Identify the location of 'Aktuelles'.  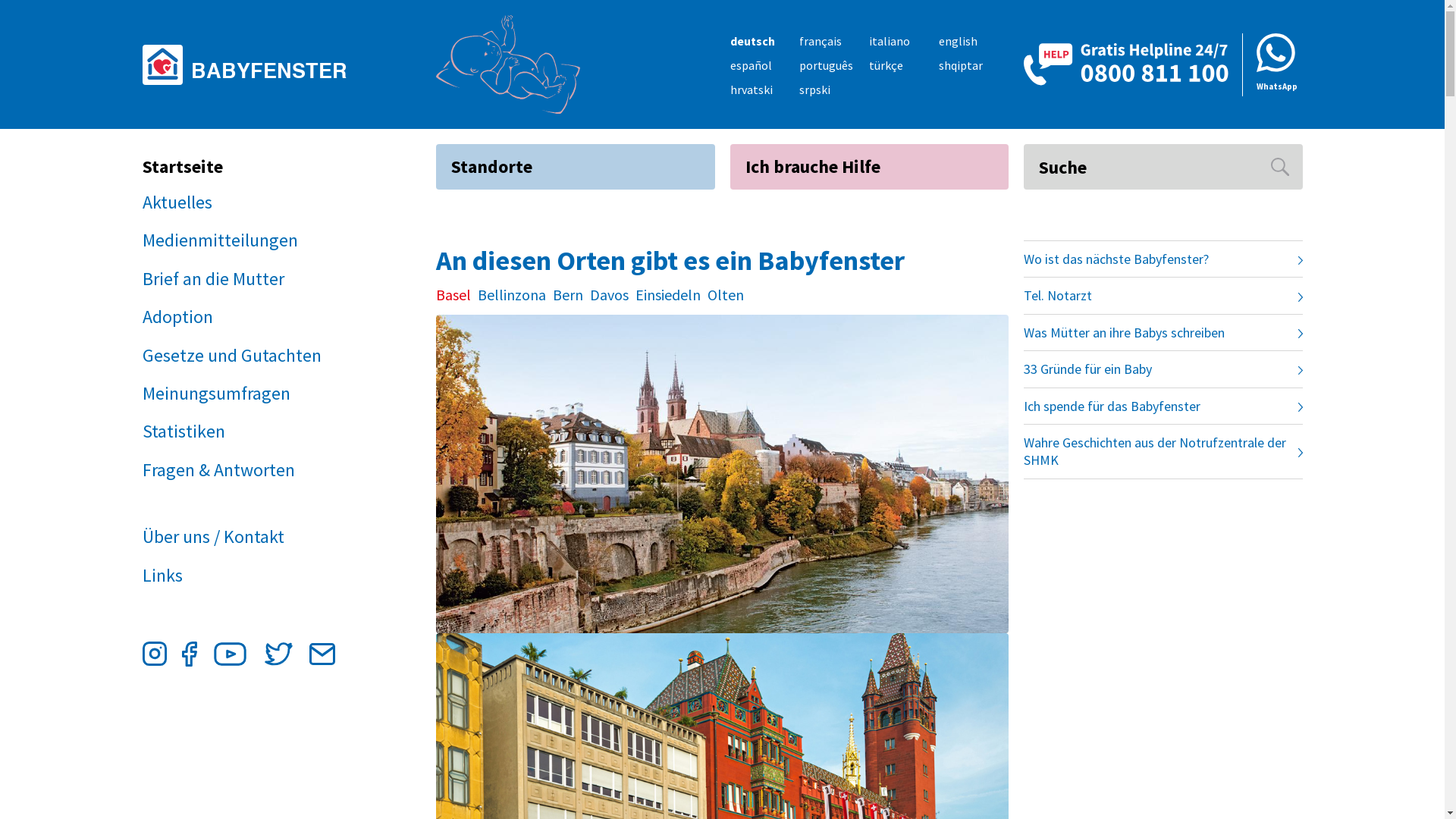
(254, 201).